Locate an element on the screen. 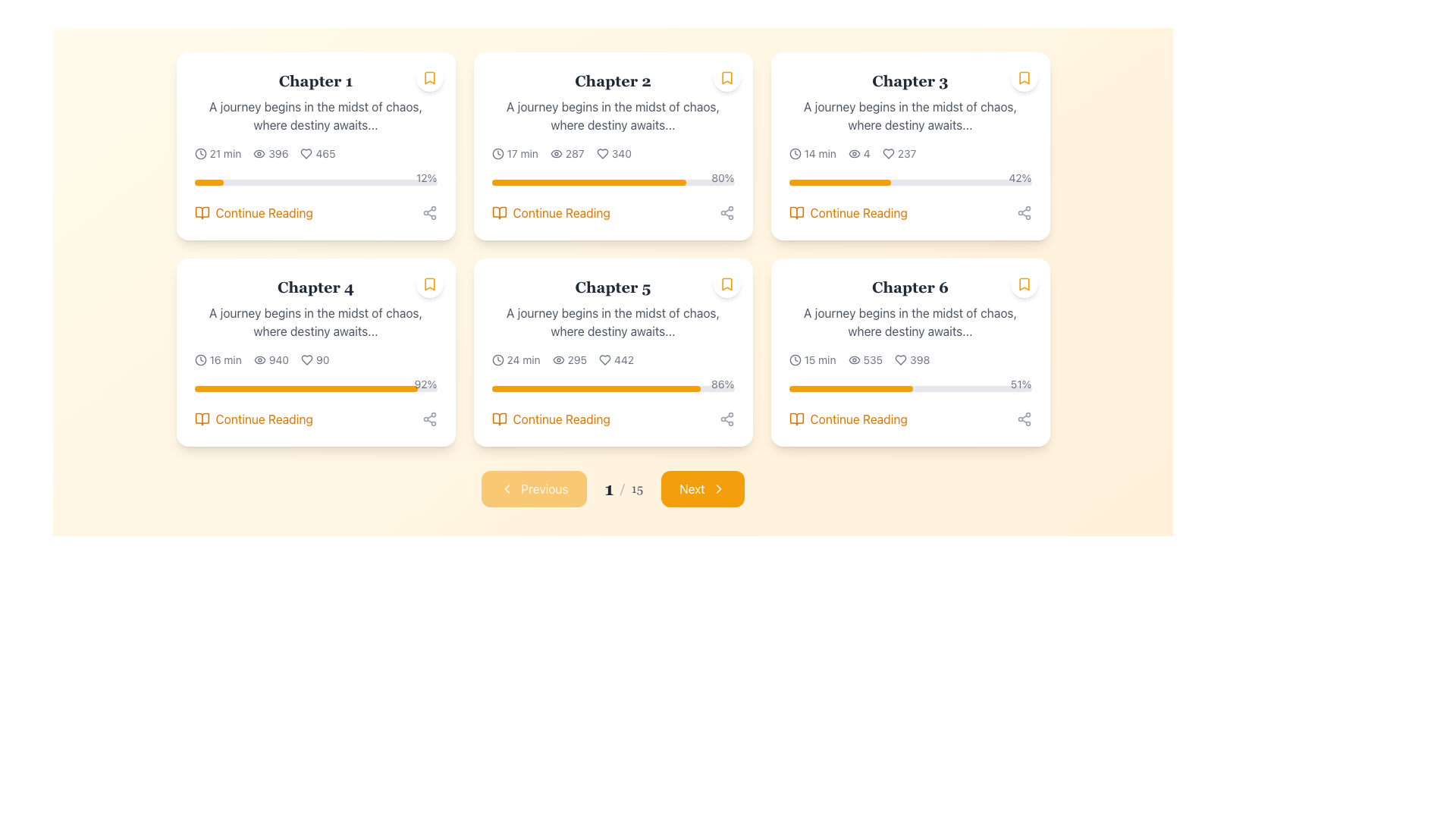 Image resolution: width=1456 pixels, height=819 pixels. the decorative SVG circle within the clock icon on the 'Chapter 5' card, which symbolizes time-related data is located at coordinates (497, 359).